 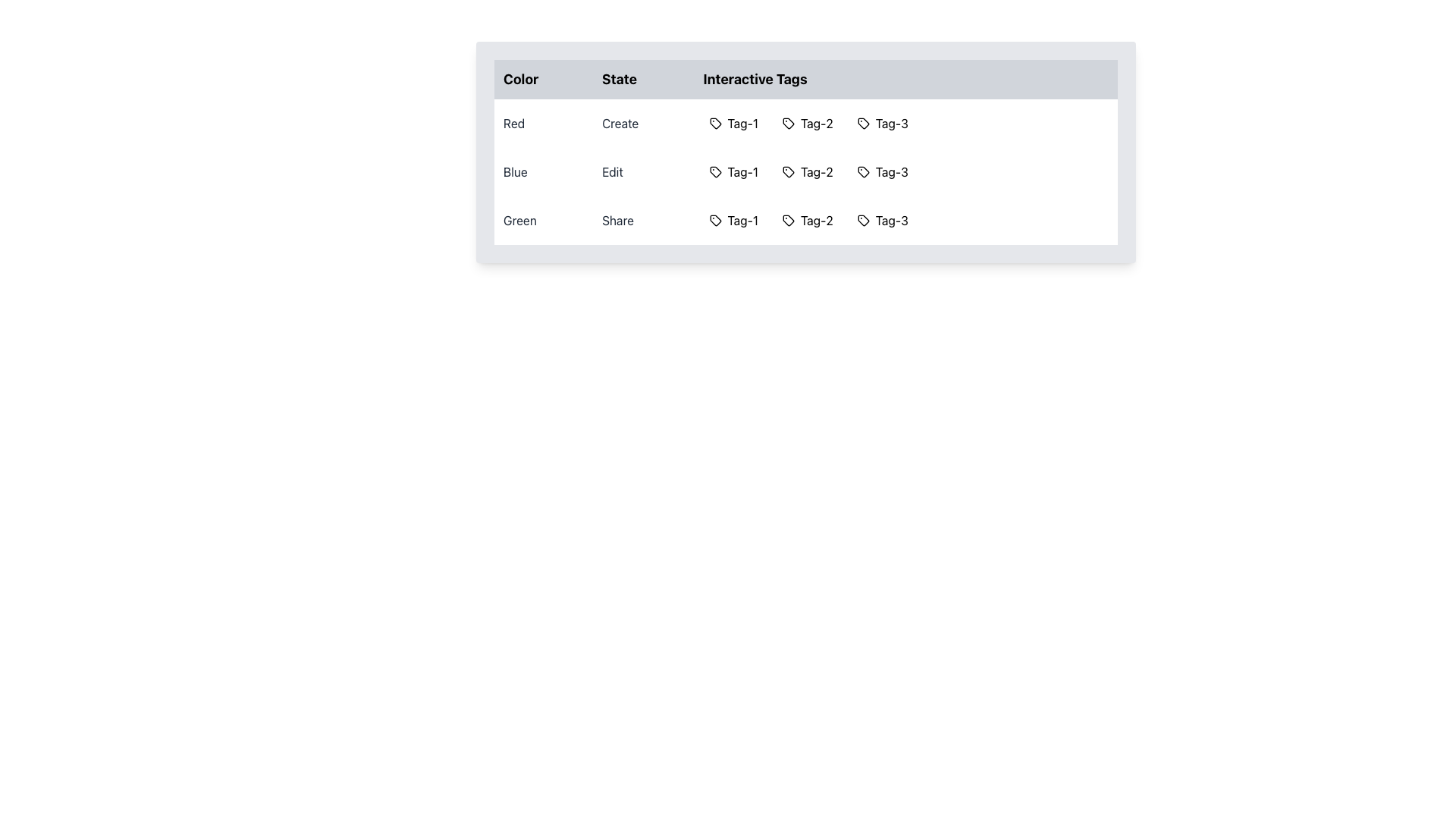 What do you see at coordinates (787, 122) in the screenshot?
I see `the second SVG Icon in the first row under the 'Interactive Tags' column` at bounding box center [787, 122].